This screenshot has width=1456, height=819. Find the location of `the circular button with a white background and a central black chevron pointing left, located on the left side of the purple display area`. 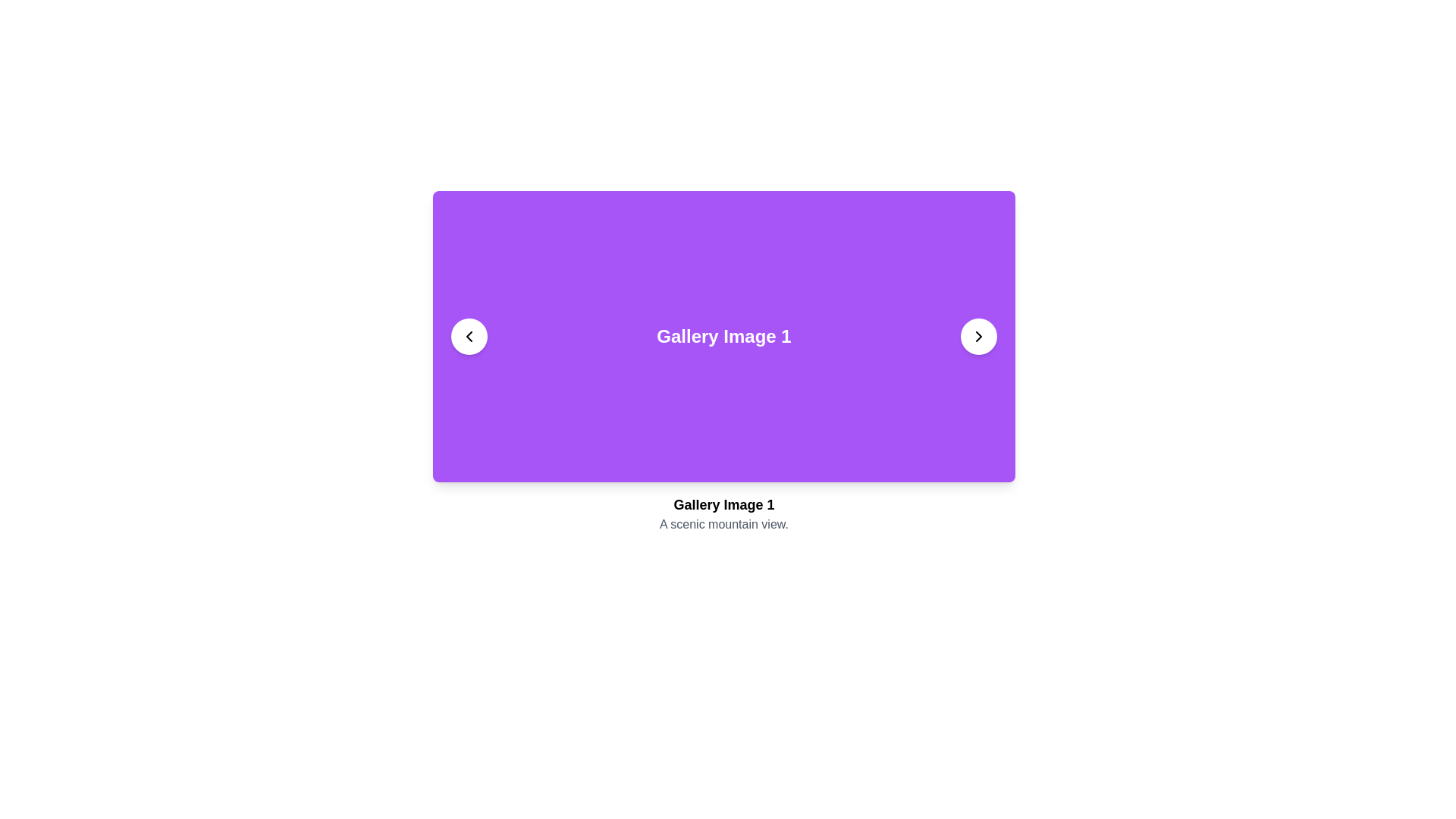

the circular button with a white background and a central black chevron pointing left, located on the left side of the purple display area is located at coordinates (469, 335).